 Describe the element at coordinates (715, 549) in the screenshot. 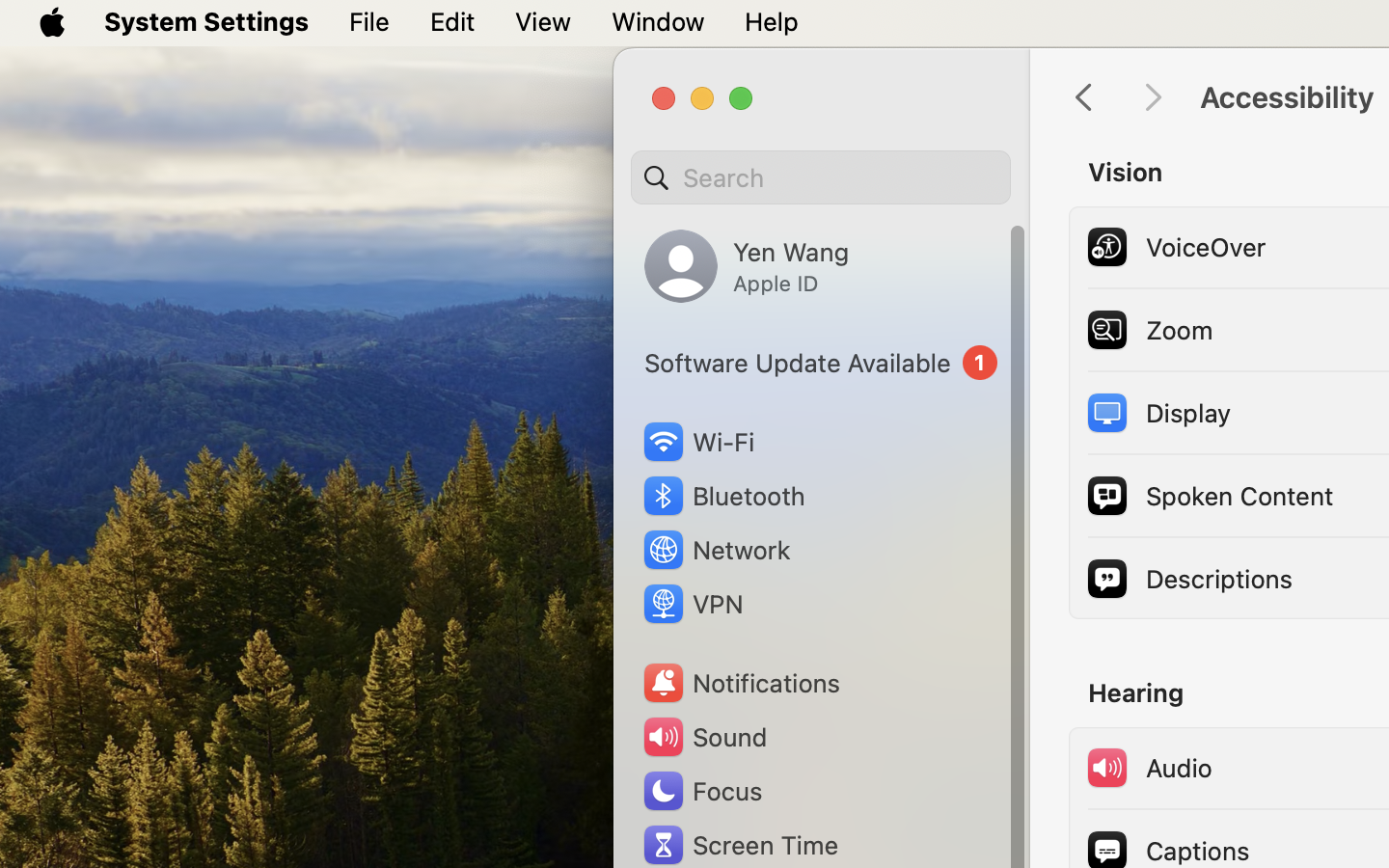

I see `'Network'` at that location.